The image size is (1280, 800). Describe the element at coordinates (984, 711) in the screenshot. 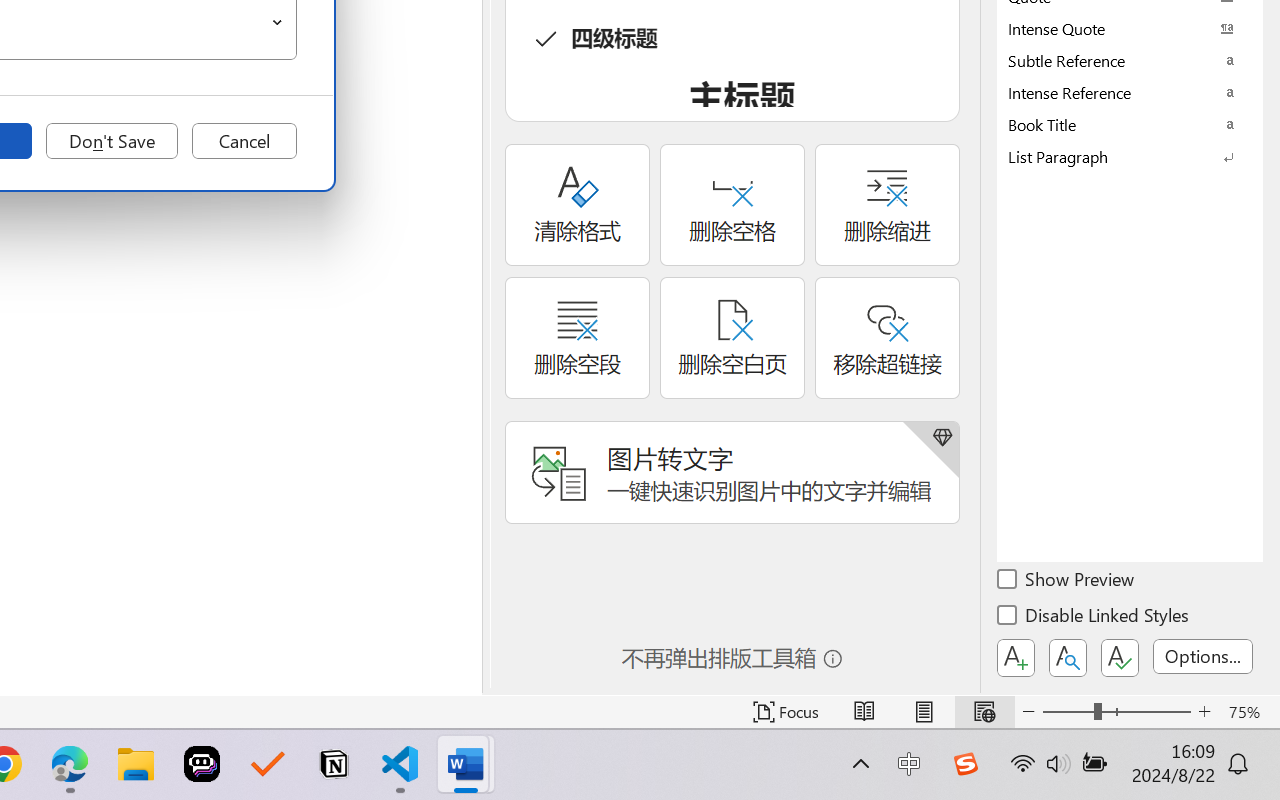

I see `'Web Layout'` at that location.